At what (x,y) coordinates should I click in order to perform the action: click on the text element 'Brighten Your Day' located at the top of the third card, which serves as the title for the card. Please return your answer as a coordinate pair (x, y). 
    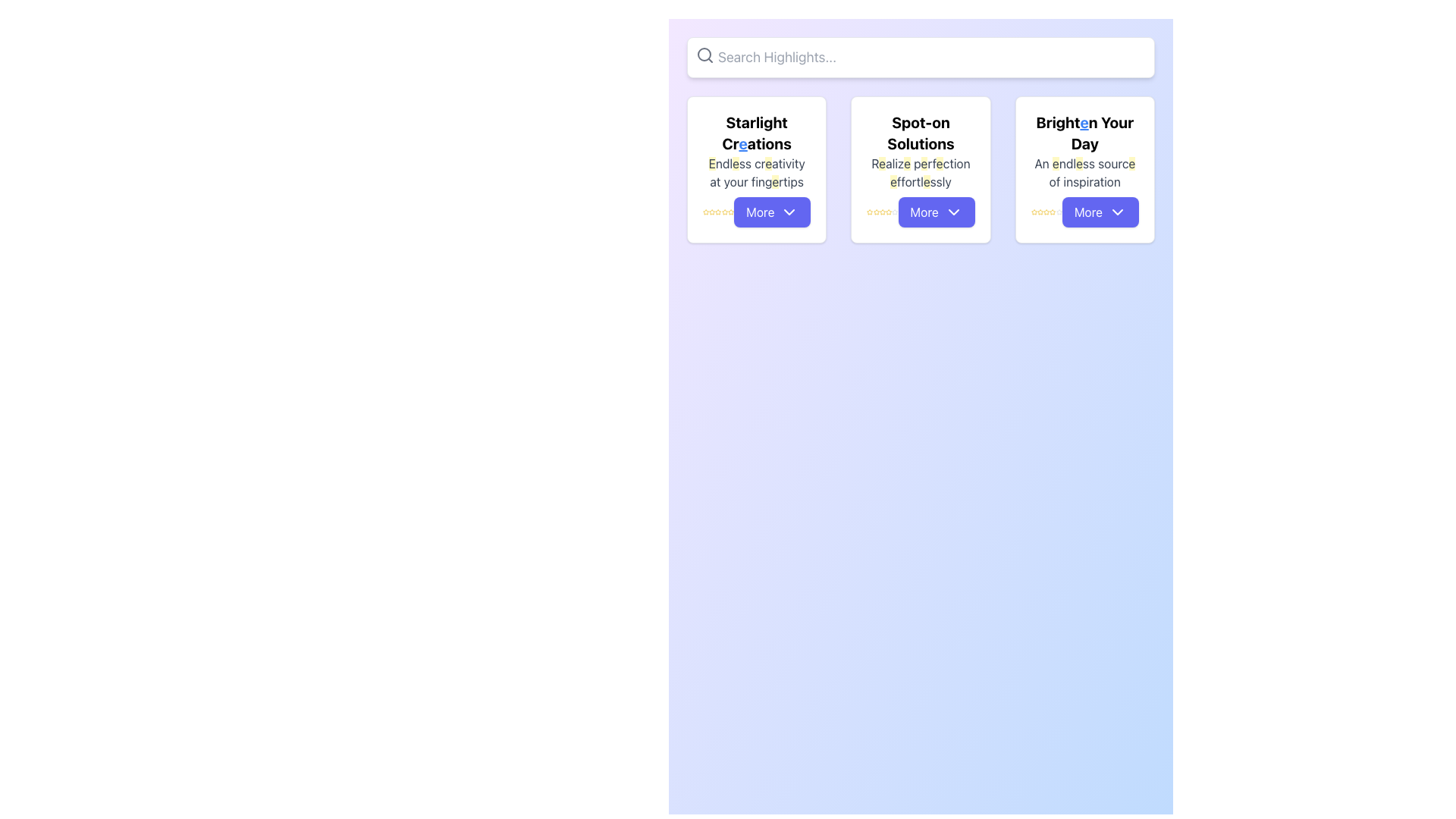
    Looking at the image, I should click on (1084, 133).